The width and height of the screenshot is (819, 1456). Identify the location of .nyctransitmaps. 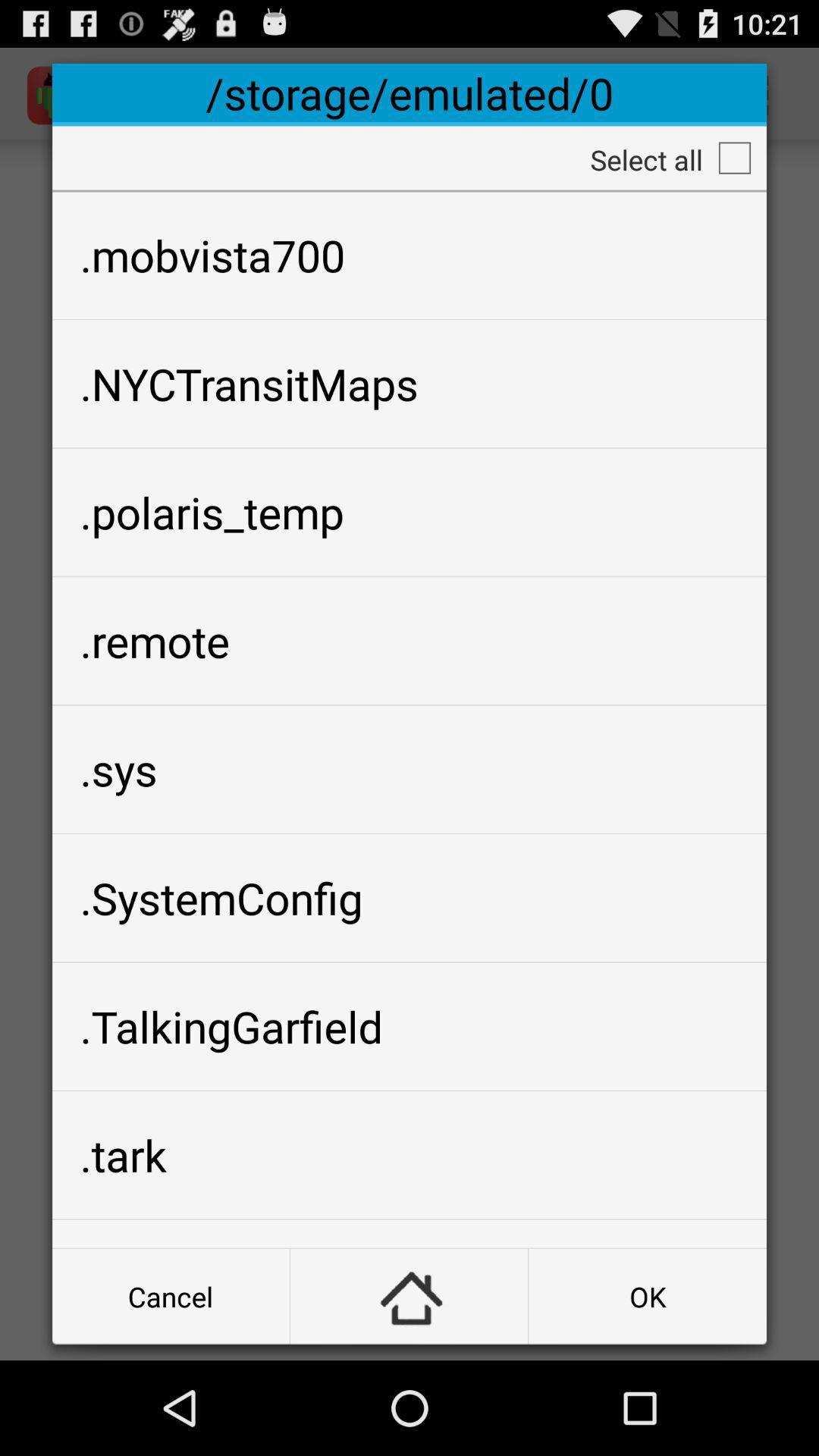
(409, 384).